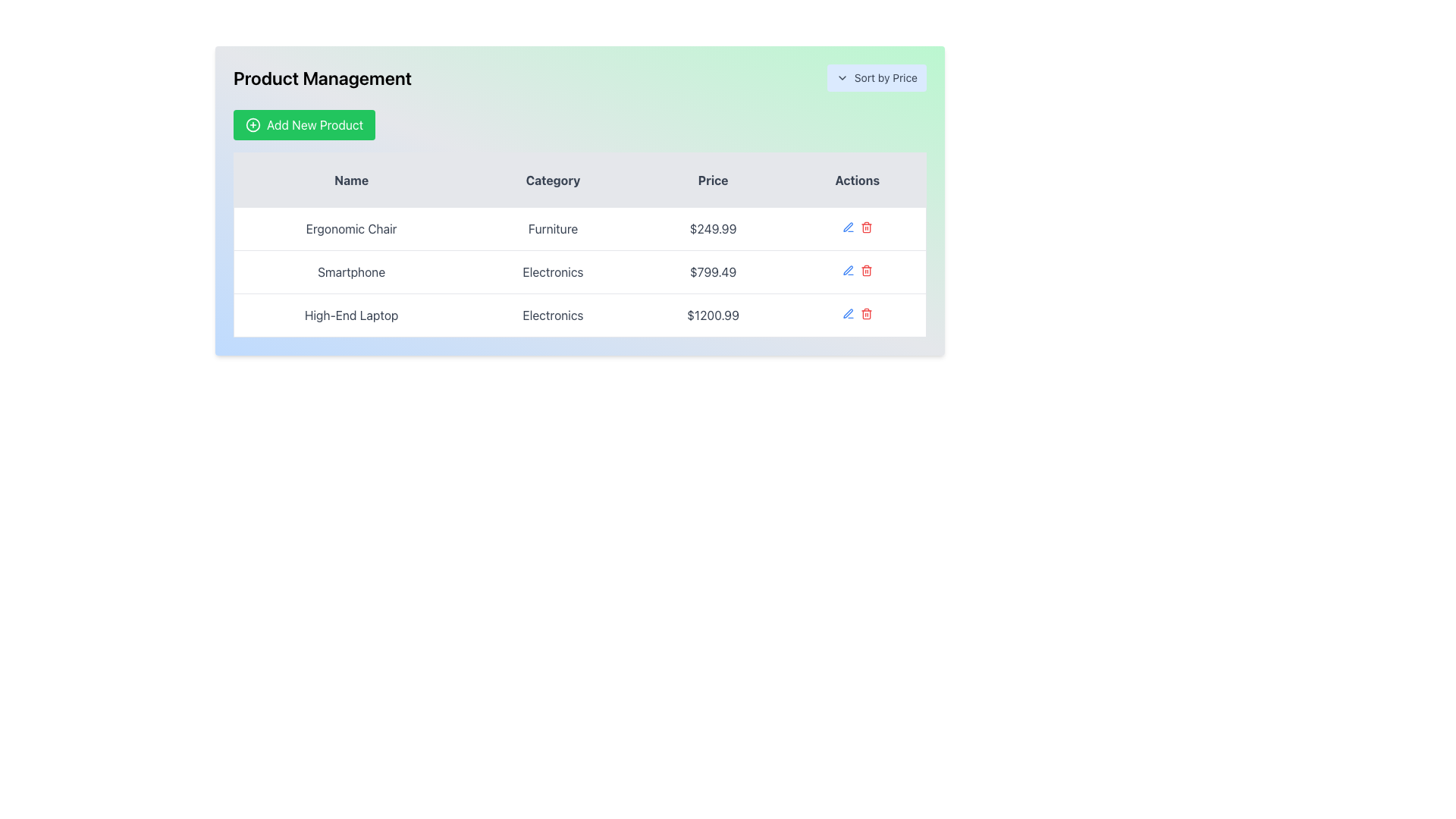  I want to click on the 'Furniture' text label in the second column of the first row of the data table, which is styled with center alignment under the 'Category' header, so click(552, 229).